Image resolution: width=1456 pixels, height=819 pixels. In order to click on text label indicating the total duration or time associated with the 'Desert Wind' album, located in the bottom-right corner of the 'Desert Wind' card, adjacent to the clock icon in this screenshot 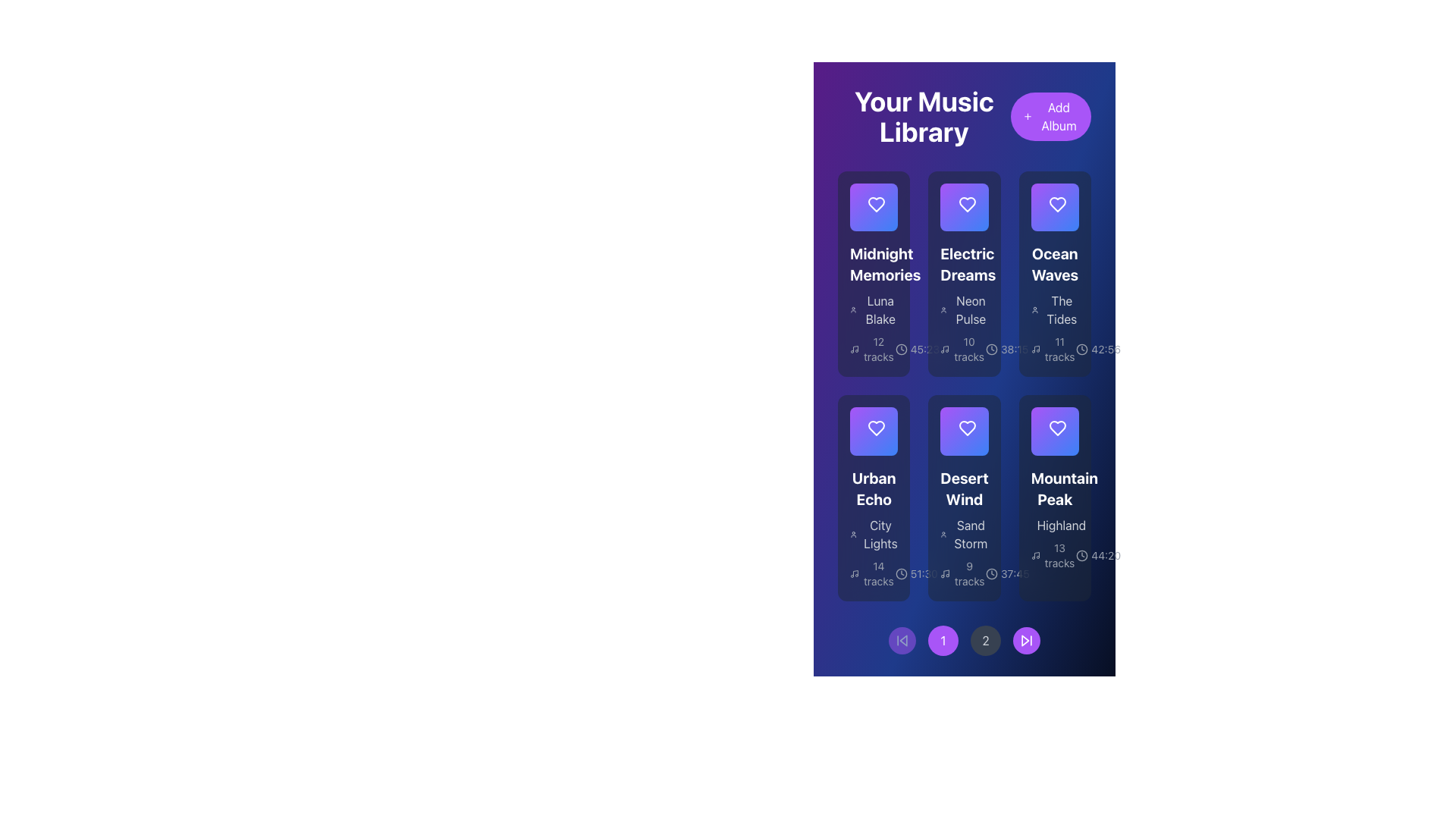, I will do `click(1015, 573)`.